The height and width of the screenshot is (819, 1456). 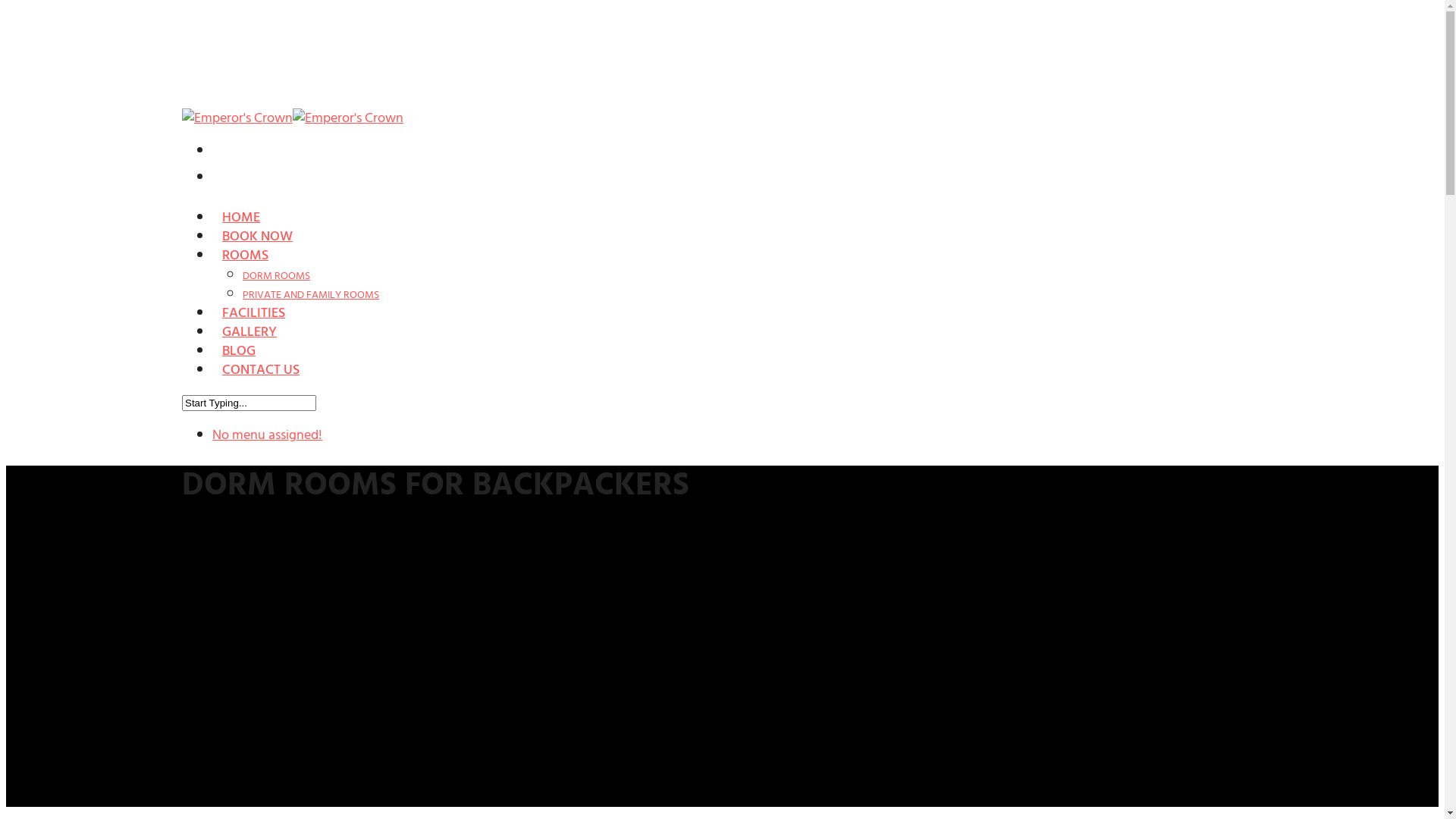 What do you see at coordinates (243, 275) in the screenshot?
I see `'DORM ROOMS'` at bounding box center [243, 275].